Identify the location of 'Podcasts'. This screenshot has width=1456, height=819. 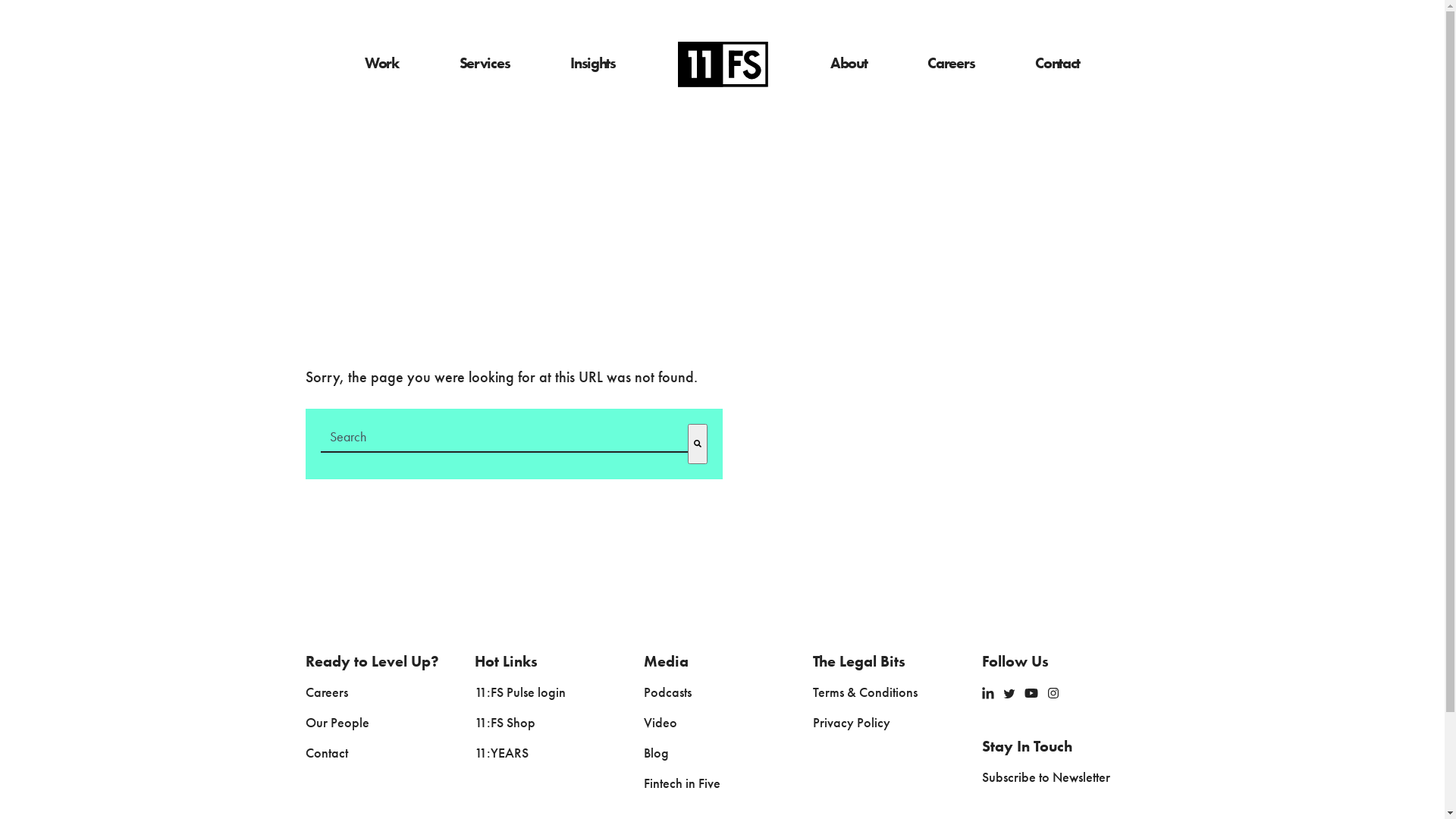
(667, 693).